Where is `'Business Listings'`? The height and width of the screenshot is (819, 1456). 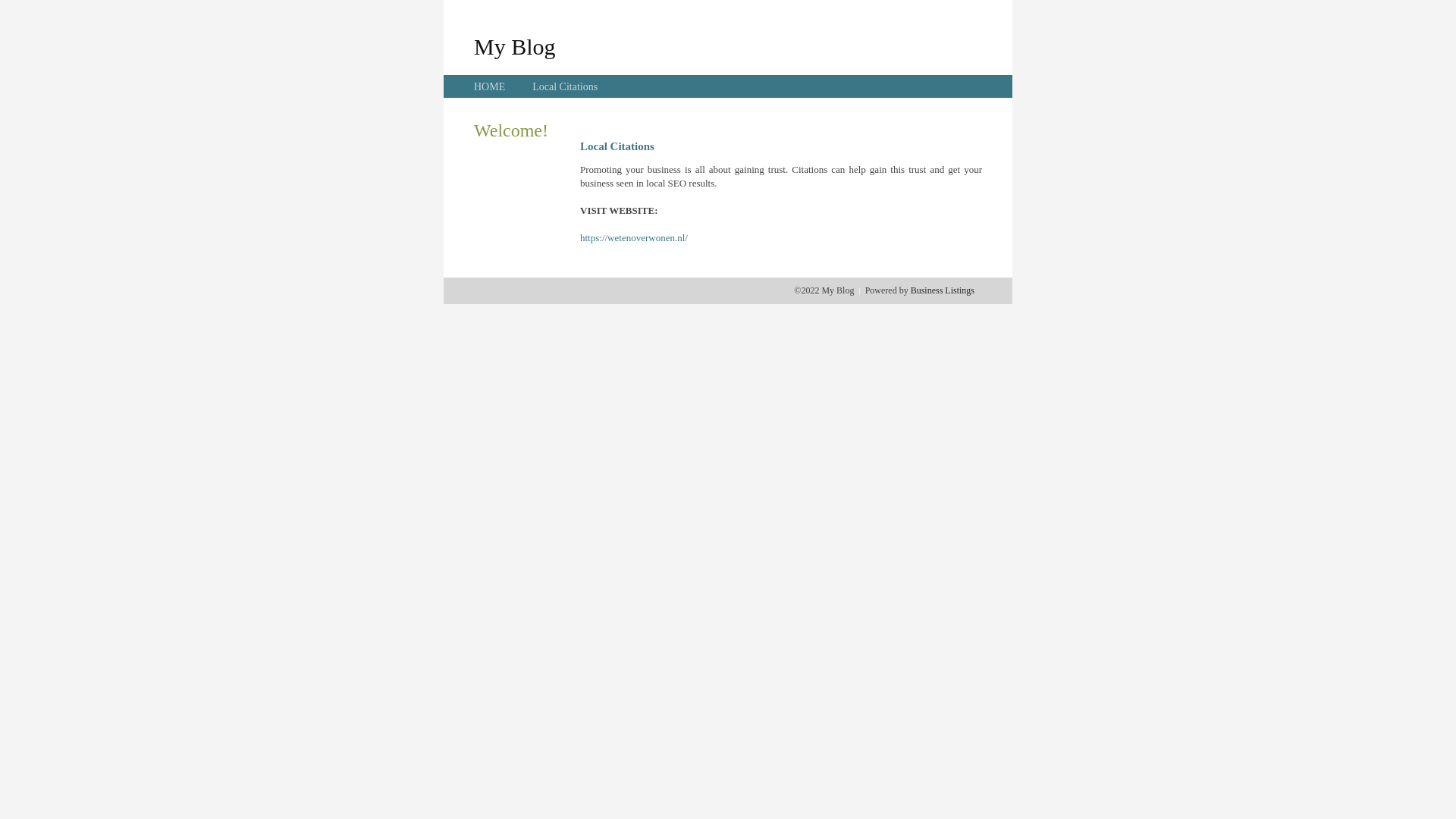
'Business Listings' is located at coordinates (942, 290).